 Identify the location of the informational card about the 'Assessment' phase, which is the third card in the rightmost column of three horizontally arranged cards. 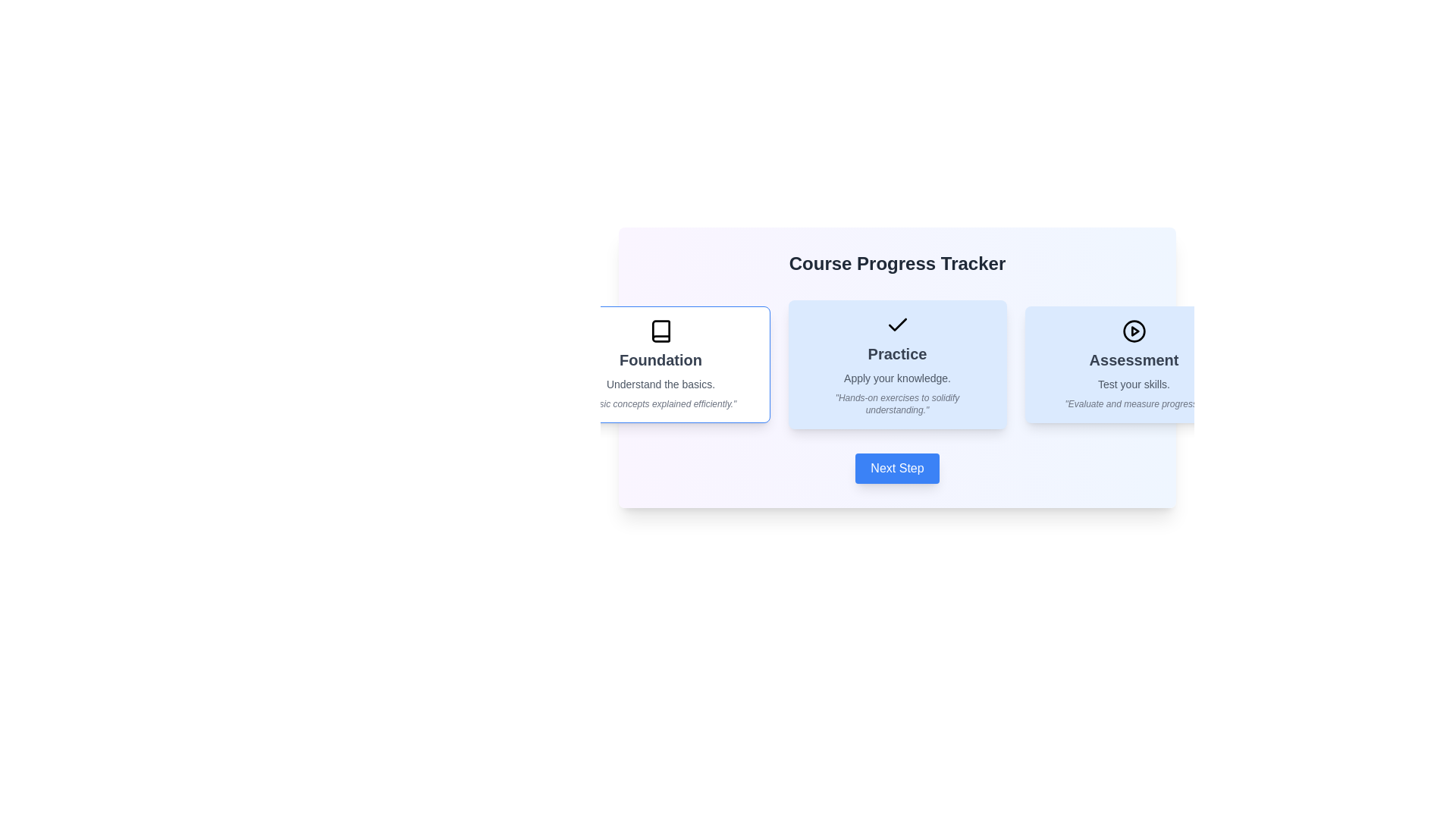
(1134, 365).